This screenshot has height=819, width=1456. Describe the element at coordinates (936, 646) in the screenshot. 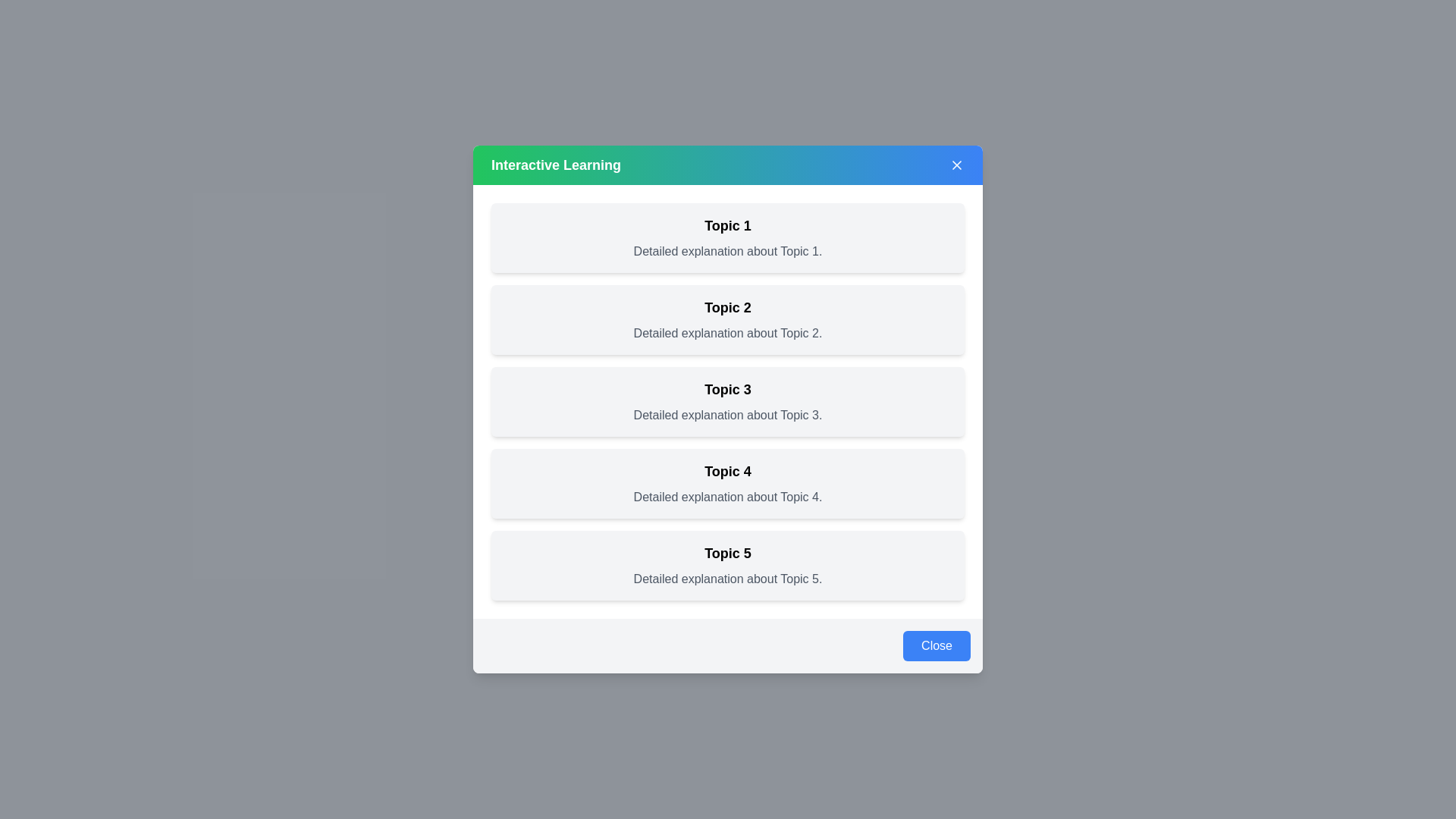

I see `the 'Close' button to close the dialog` at that location.